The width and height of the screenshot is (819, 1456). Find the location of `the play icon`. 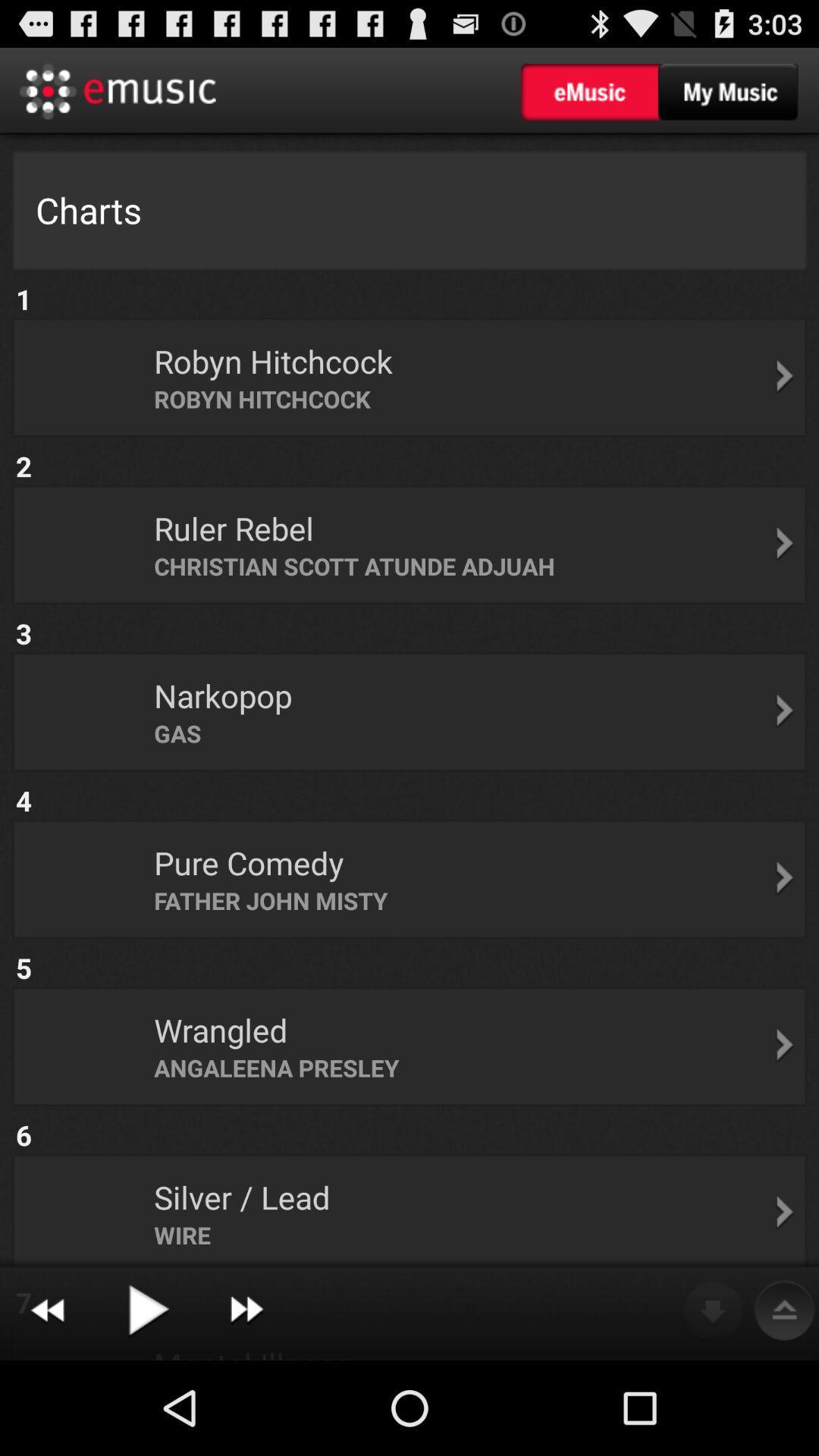

the play icon is located at coordinates (147, 1402).